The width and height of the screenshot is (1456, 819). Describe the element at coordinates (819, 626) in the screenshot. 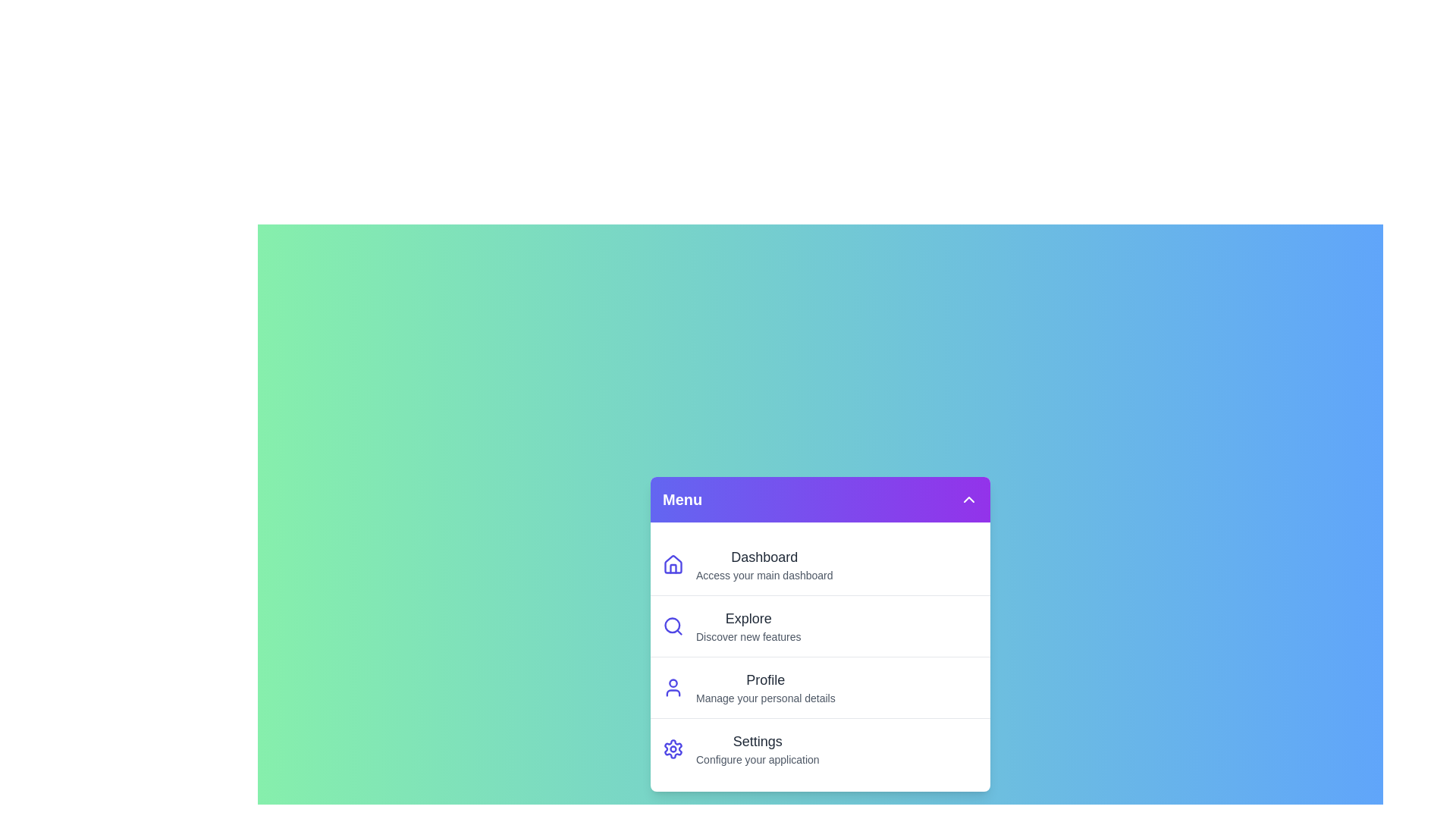

I see `the menu item Explore to view its hover effect` at that location.